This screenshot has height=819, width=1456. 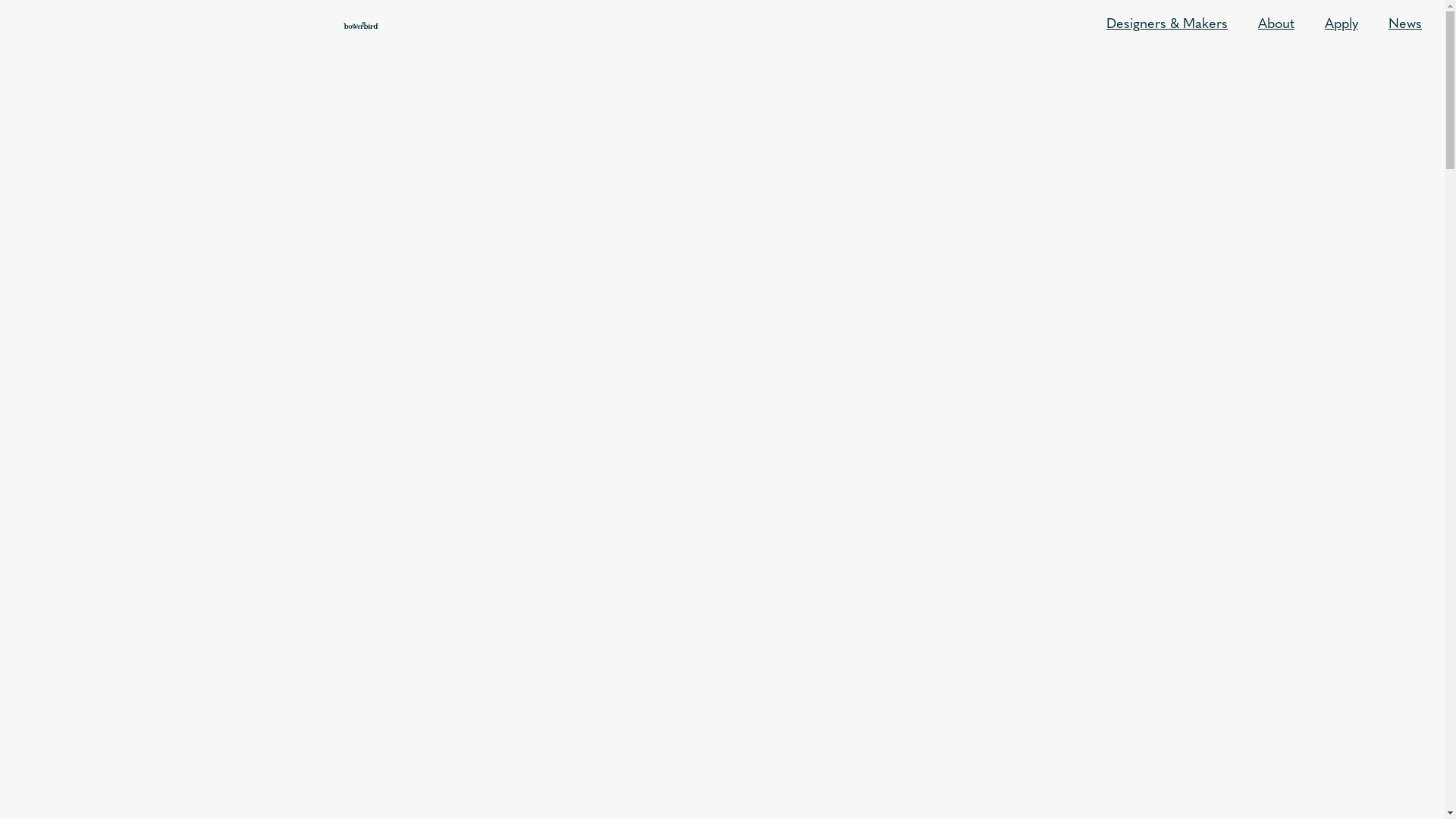 I want to click on 'Designers & Makers', so click(x=1166, y=25).